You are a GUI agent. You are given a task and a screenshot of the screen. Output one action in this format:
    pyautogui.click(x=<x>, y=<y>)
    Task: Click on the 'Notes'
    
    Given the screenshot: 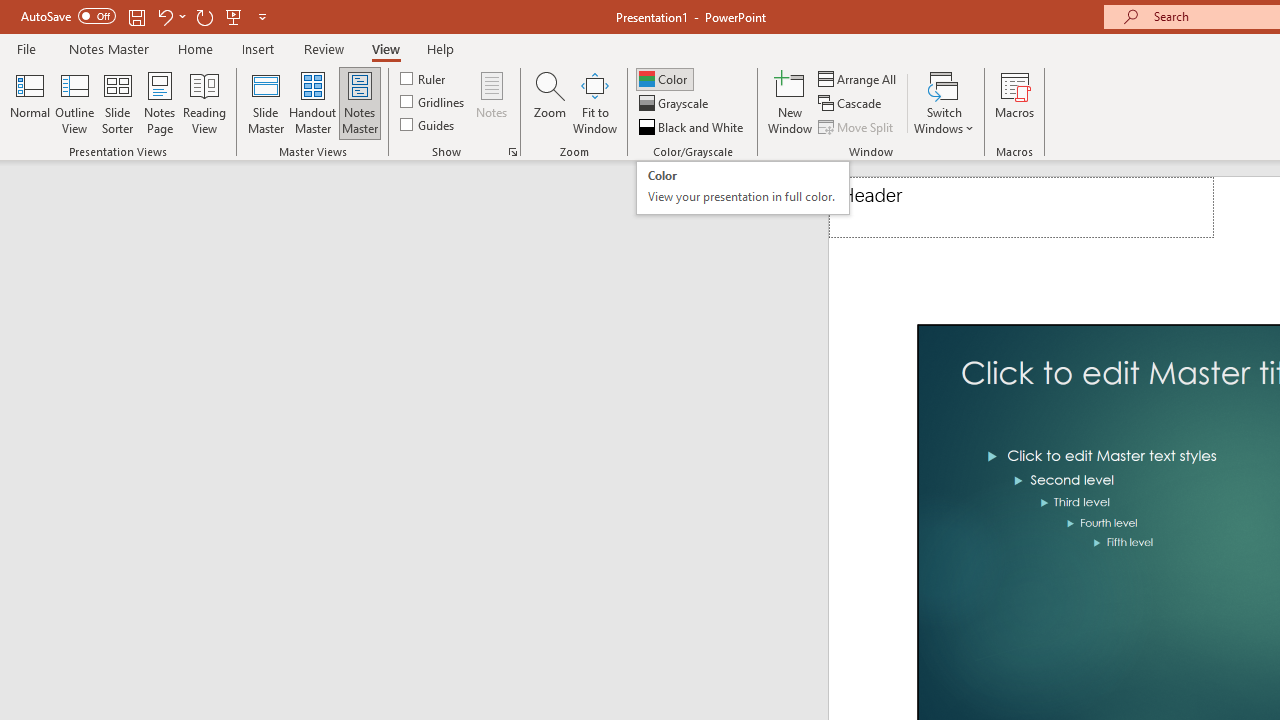 What is the action you would take?
    pyautogui.click(x=492, y=103)
    